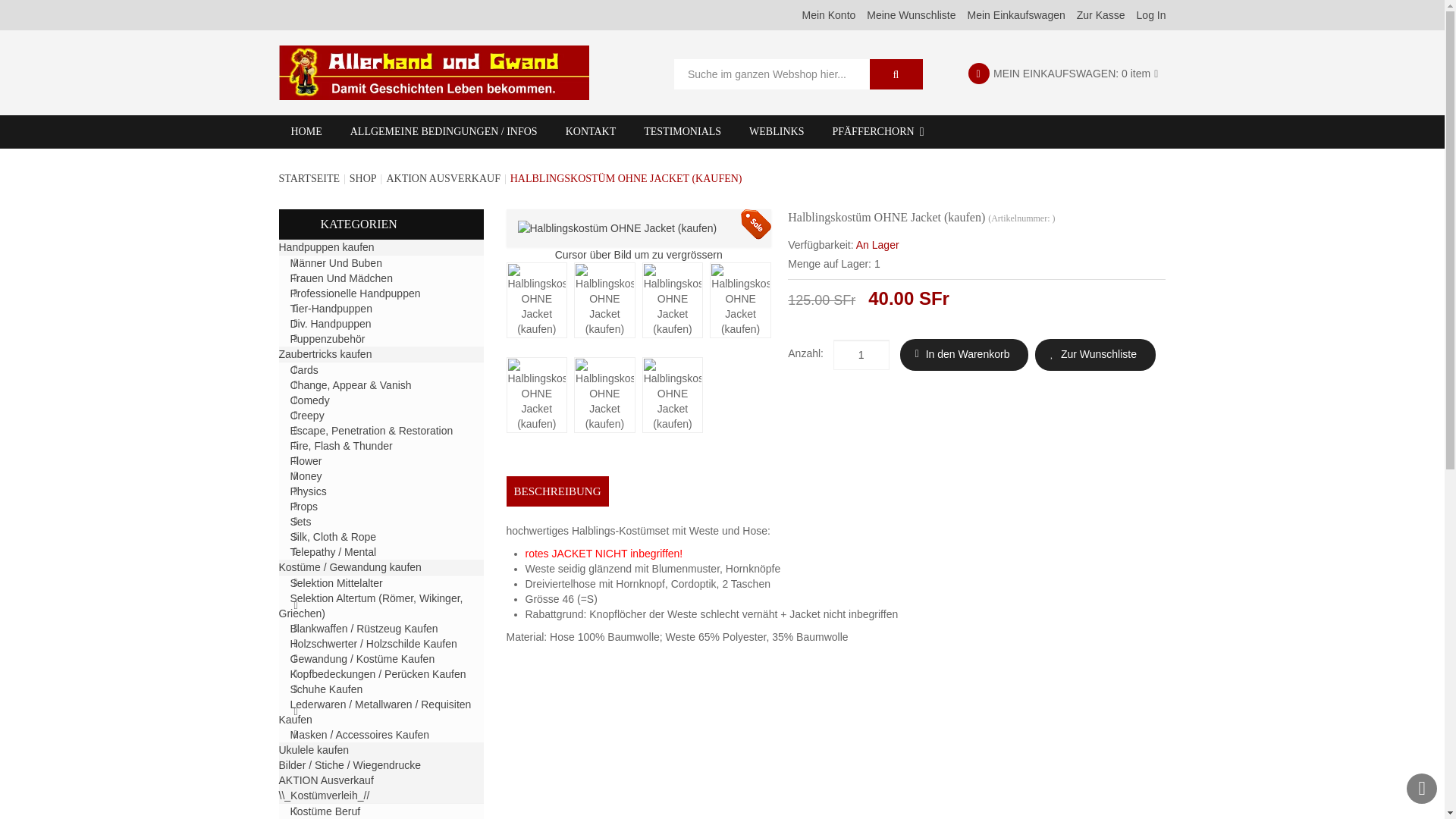 The image size is (1456, 819). Describe the element at coordinates (967, 354) in the screenshot. I see `'In den Warenkorb'` at that location.